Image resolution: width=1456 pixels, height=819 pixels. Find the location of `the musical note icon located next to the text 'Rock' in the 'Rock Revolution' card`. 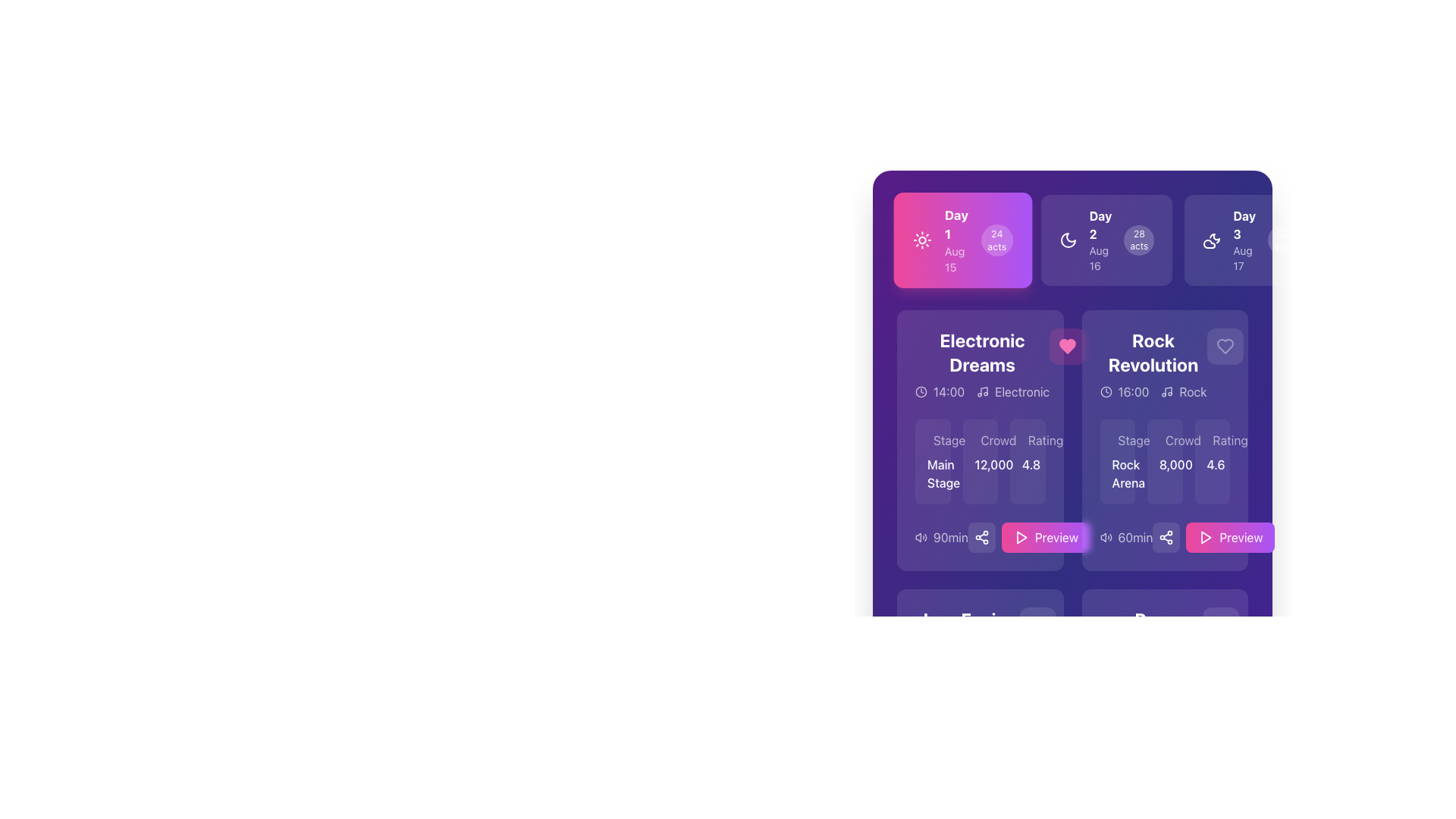

the musical note icon located next to the text 'Rock' in the 'Rock Revolution' card is located at coordinates (1166, 391).